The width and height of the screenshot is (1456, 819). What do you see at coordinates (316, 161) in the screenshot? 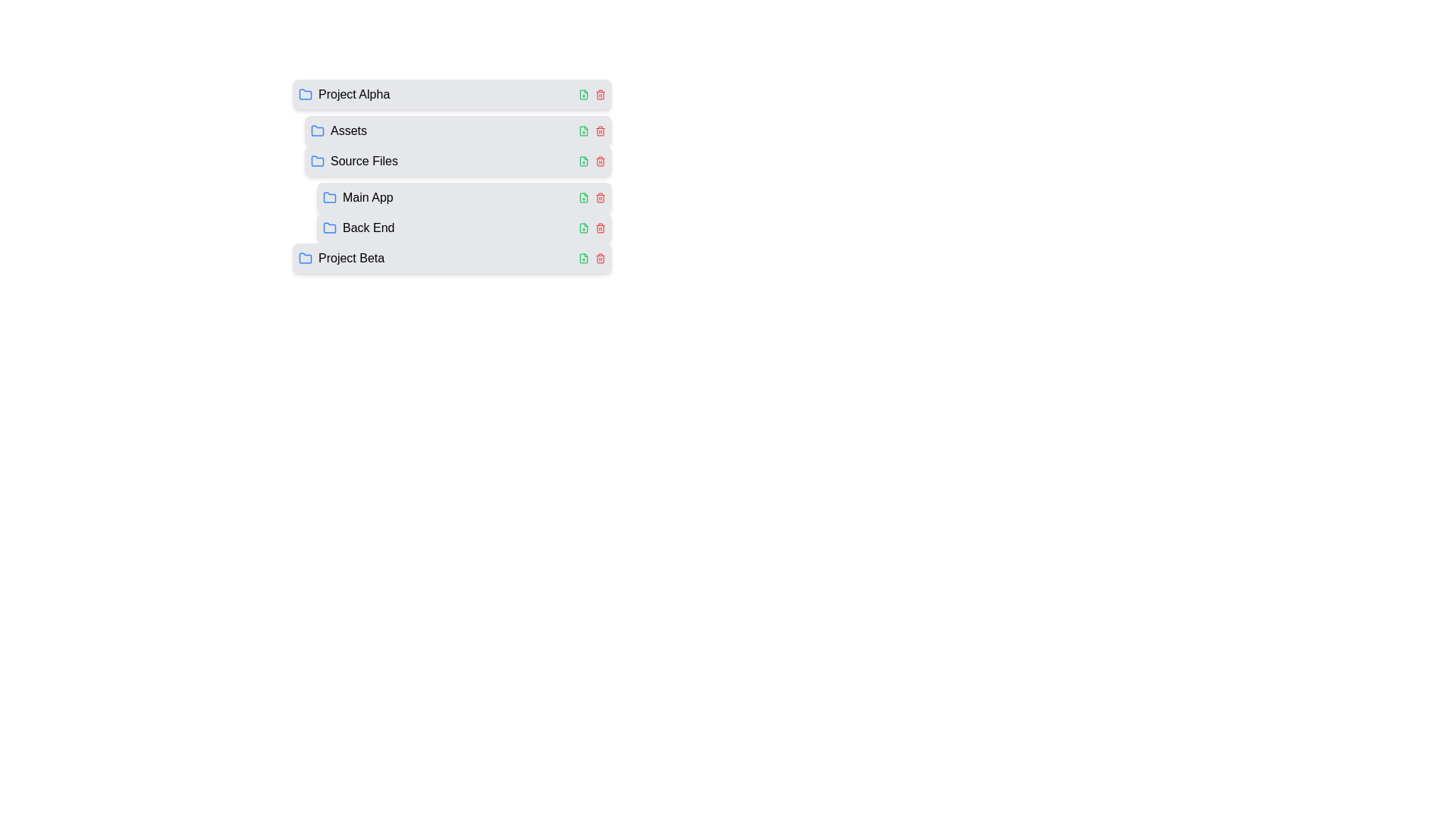
I see `the folder icon that represents categorization in the file management context, which is positioned to the left of the 'Source Files' text label` at bounding box center [316, 161].